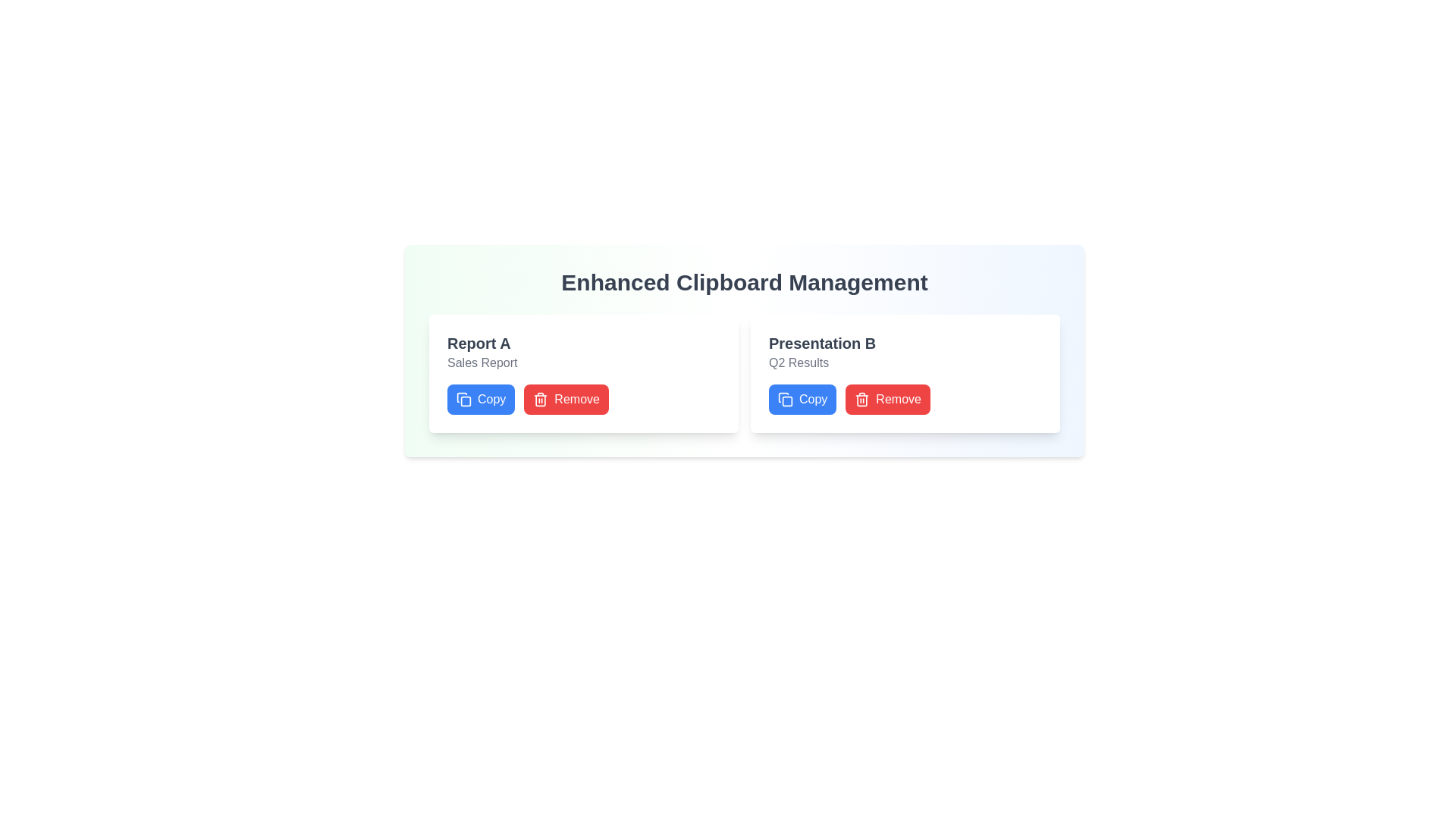  Describe the element at coordinates (821, 343) in the screenshot. I see `text label that says 'Presentation B', which is styled with a bold font and is located at the top of the right card in a two-card layout` at that location.